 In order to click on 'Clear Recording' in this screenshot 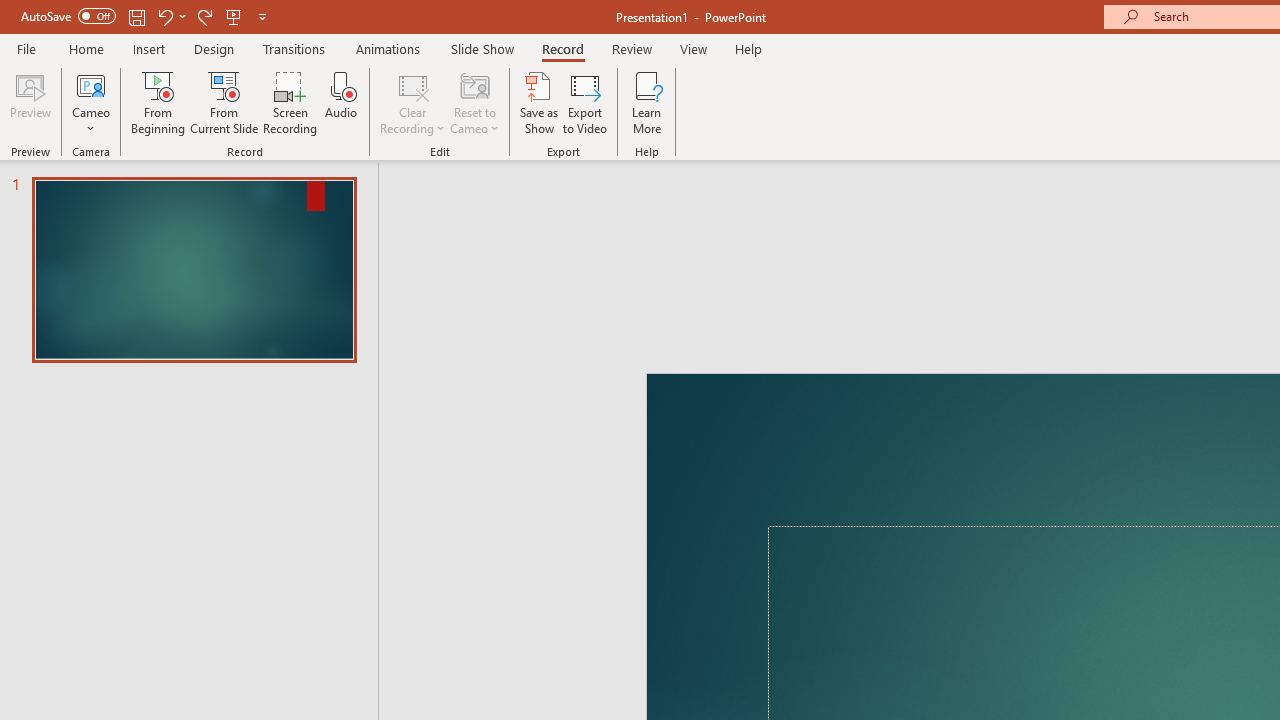, I will do `click(411, 103)`.